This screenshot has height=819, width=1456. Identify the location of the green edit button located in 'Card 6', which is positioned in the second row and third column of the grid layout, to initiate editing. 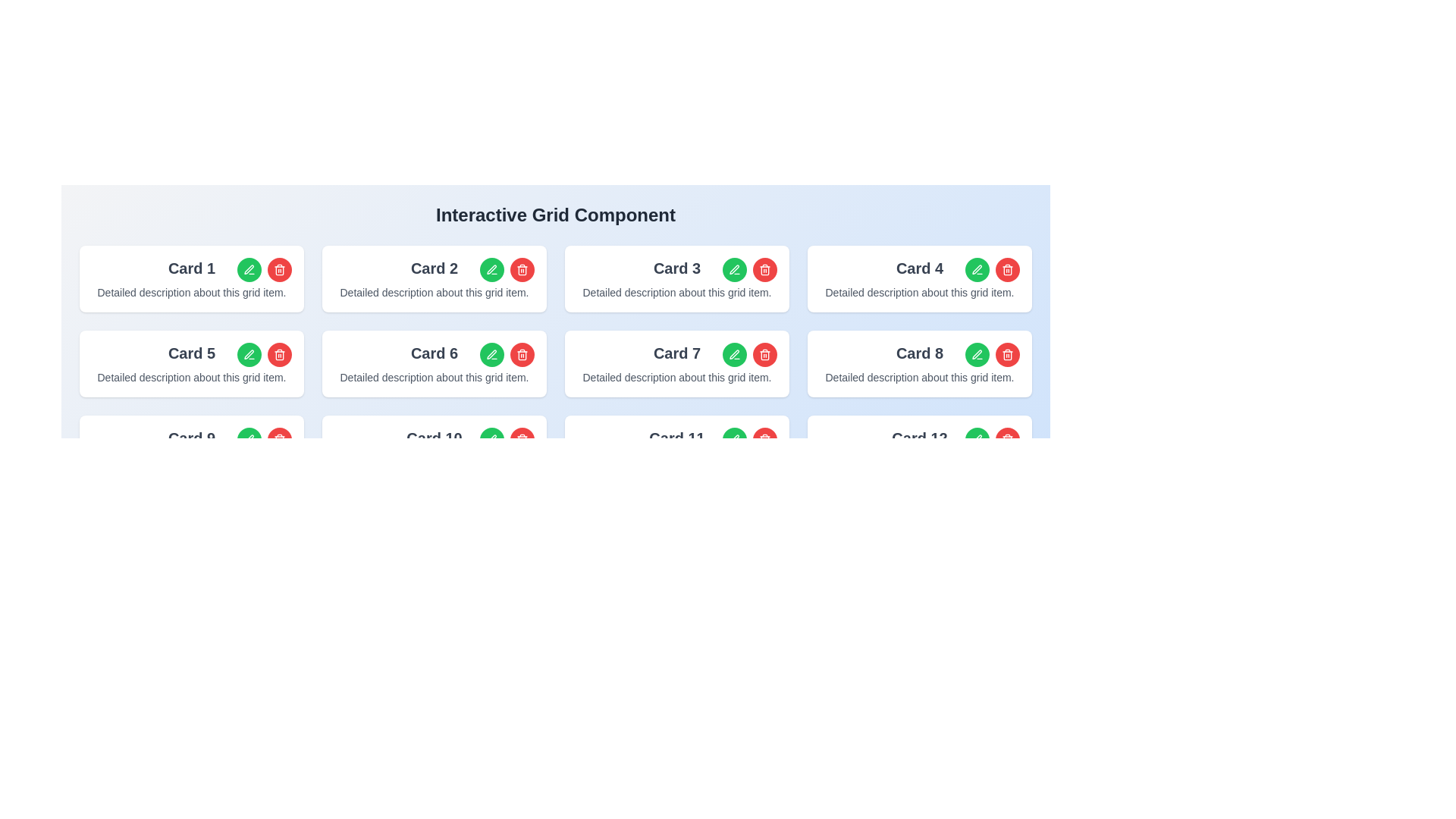
(491, 439).